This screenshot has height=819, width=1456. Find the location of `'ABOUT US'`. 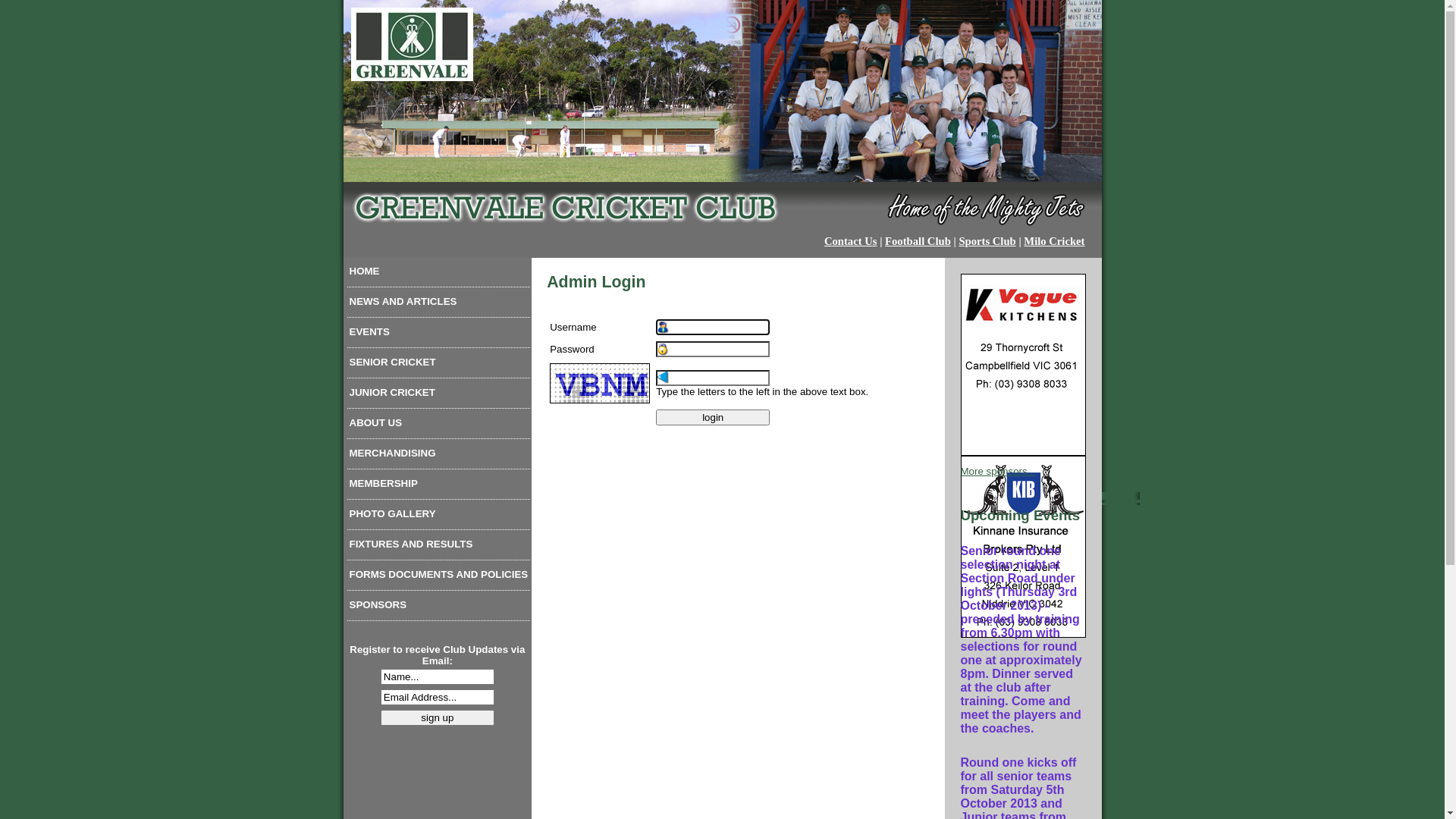

'ABOUT US' is located at coordinates (438, 426).